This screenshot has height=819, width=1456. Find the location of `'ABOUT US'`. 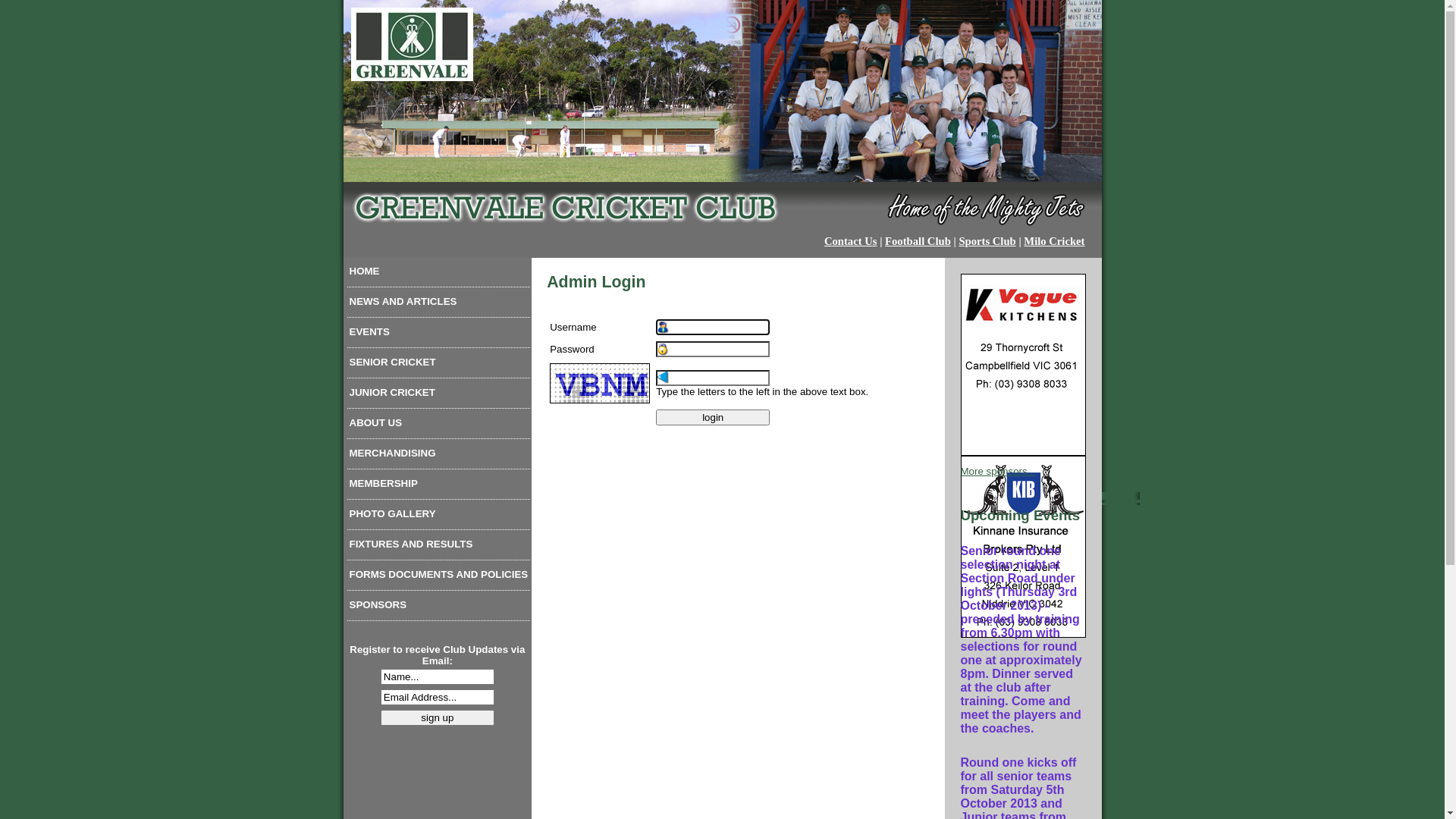

'ABOUT US' is located at coordinates (438, 426).